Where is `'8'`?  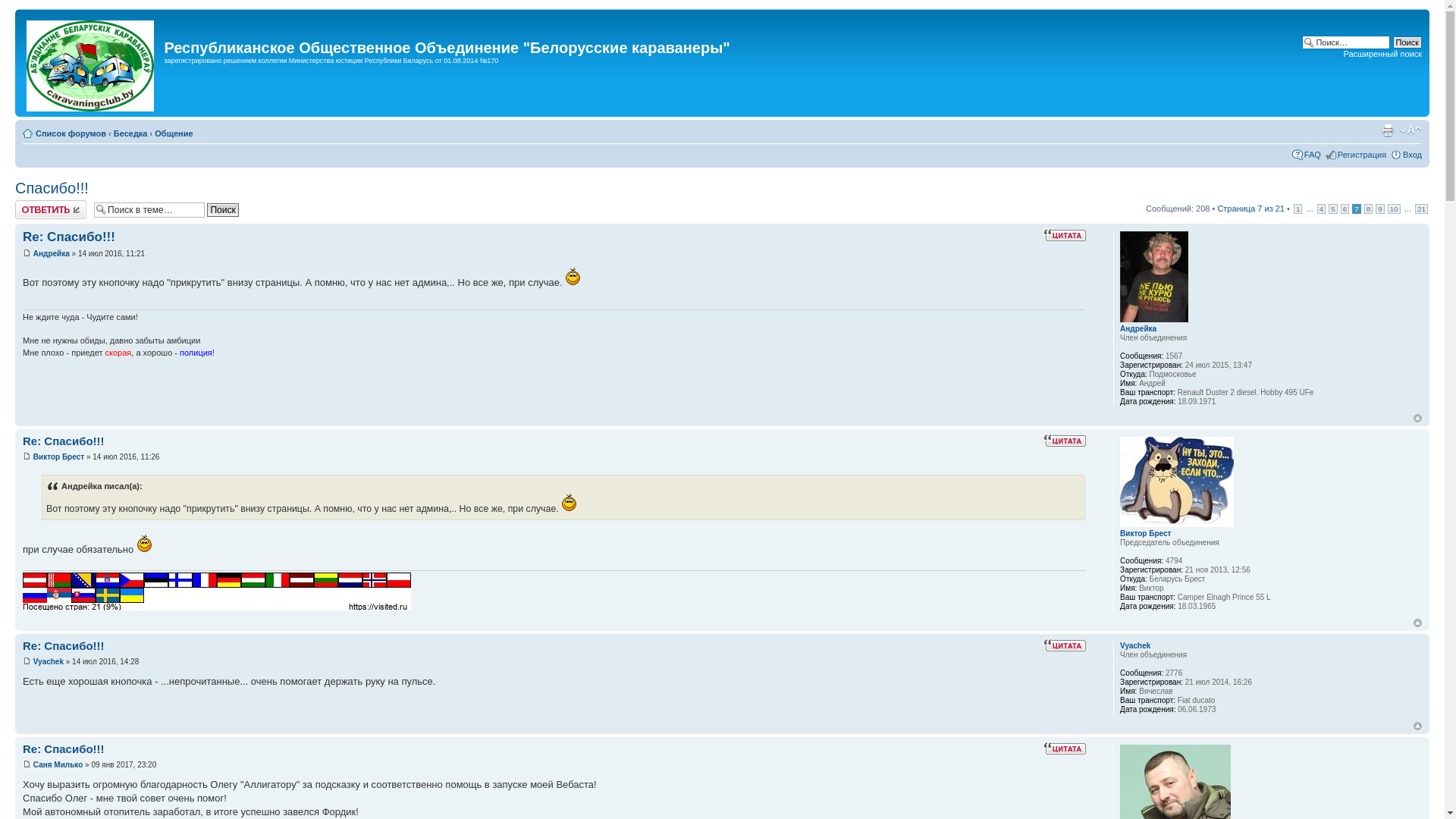
'8' is located at coordinates (1364, 209).